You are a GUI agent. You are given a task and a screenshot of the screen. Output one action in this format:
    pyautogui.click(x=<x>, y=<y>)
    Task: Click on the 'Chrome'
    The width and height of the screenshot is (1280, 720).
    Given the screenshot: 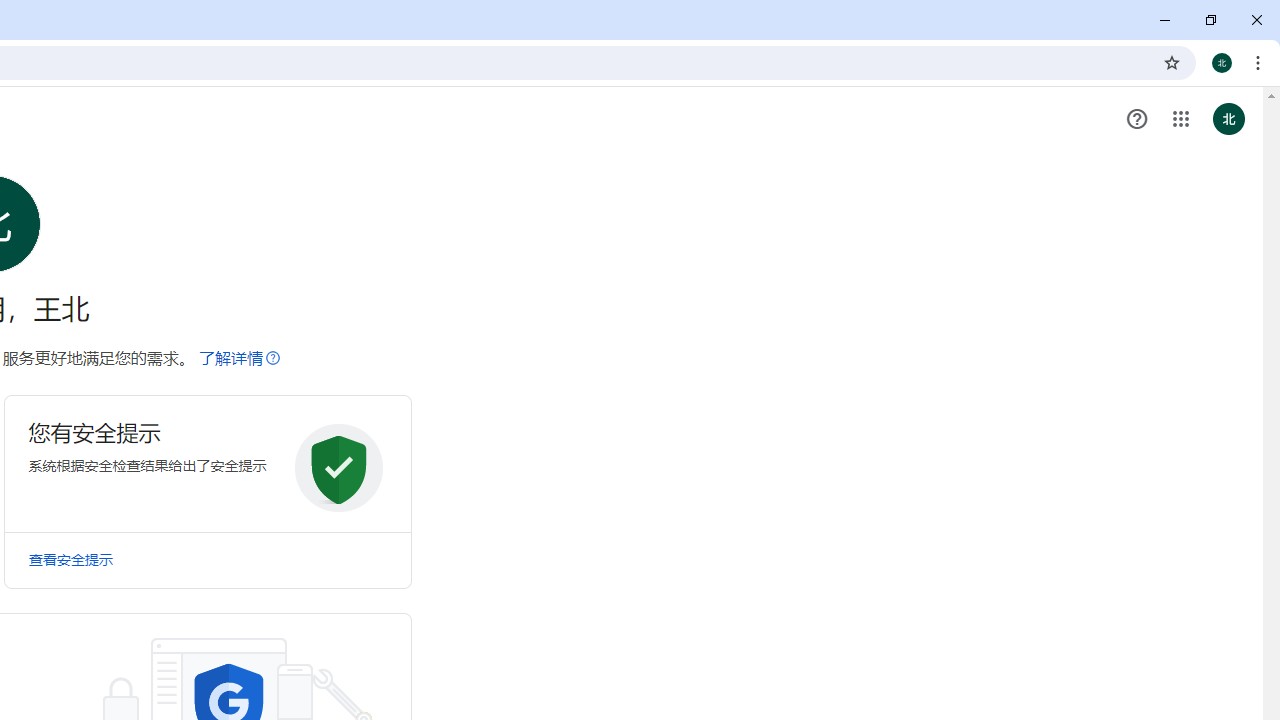 What is the action you would take?
    pyautogui.click(x=1259, y=61)
    